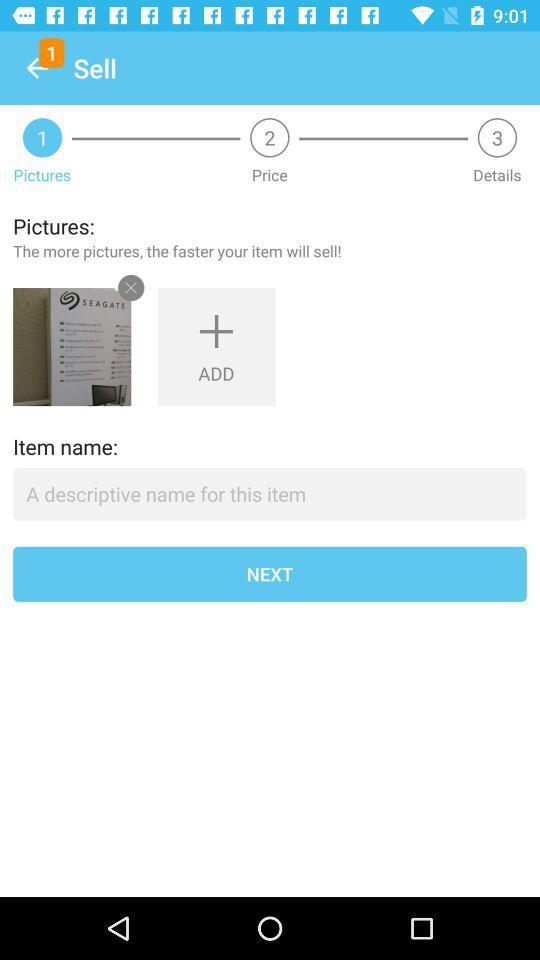  What do you see at coordinates (270, 493) in the screenshot?
I see `item search` at bounding box center [270, 493].